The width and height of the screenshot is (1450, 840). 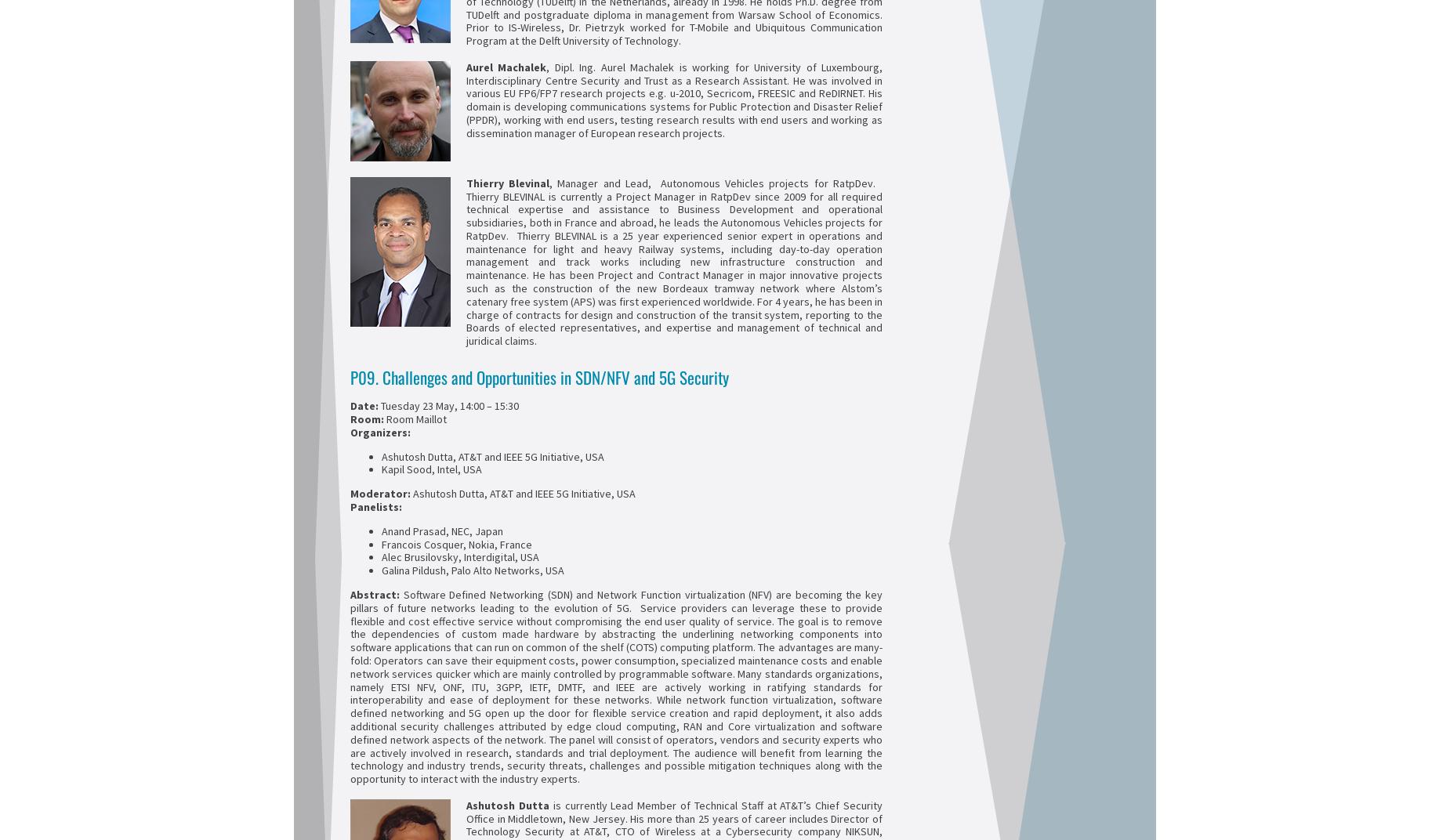 I want to click on 'Room Maillot', so click(x=416, y=418).